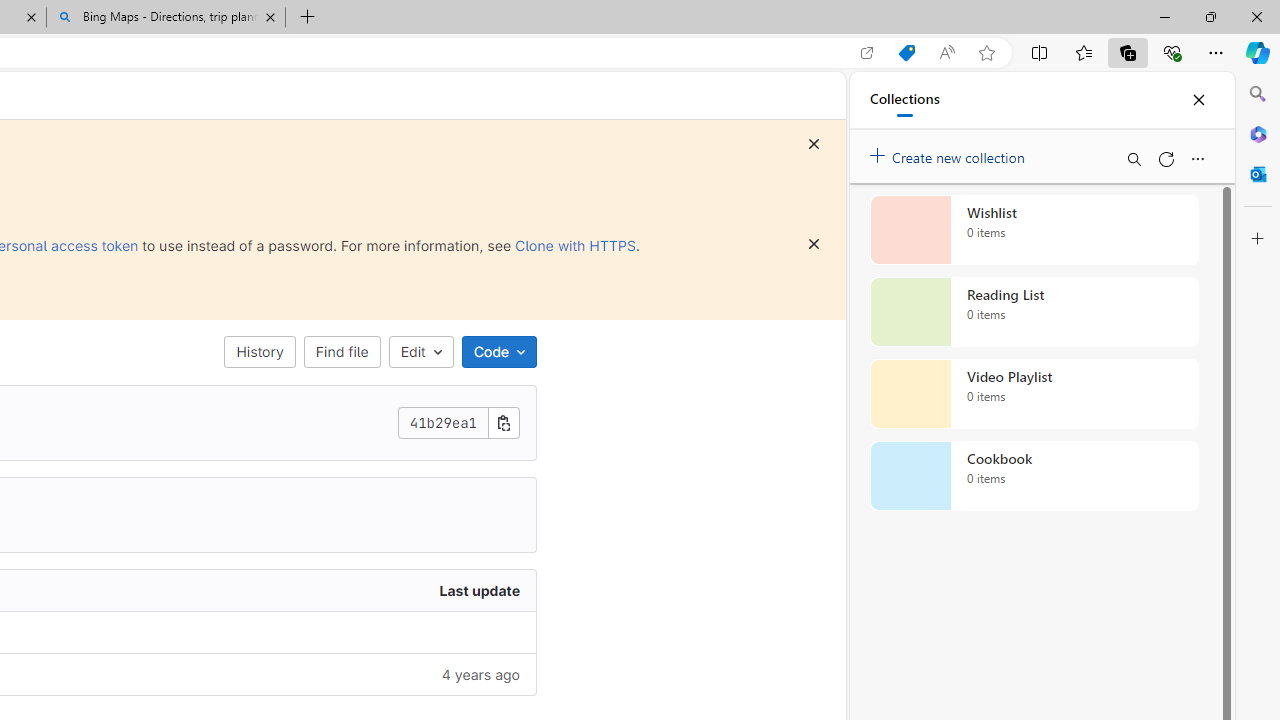 The image size is (1280, 720). What do you see at coordinates (574, 244) in the screenshot?
I see `'Clone with HTTPS'` at bounding box center [574, 244].